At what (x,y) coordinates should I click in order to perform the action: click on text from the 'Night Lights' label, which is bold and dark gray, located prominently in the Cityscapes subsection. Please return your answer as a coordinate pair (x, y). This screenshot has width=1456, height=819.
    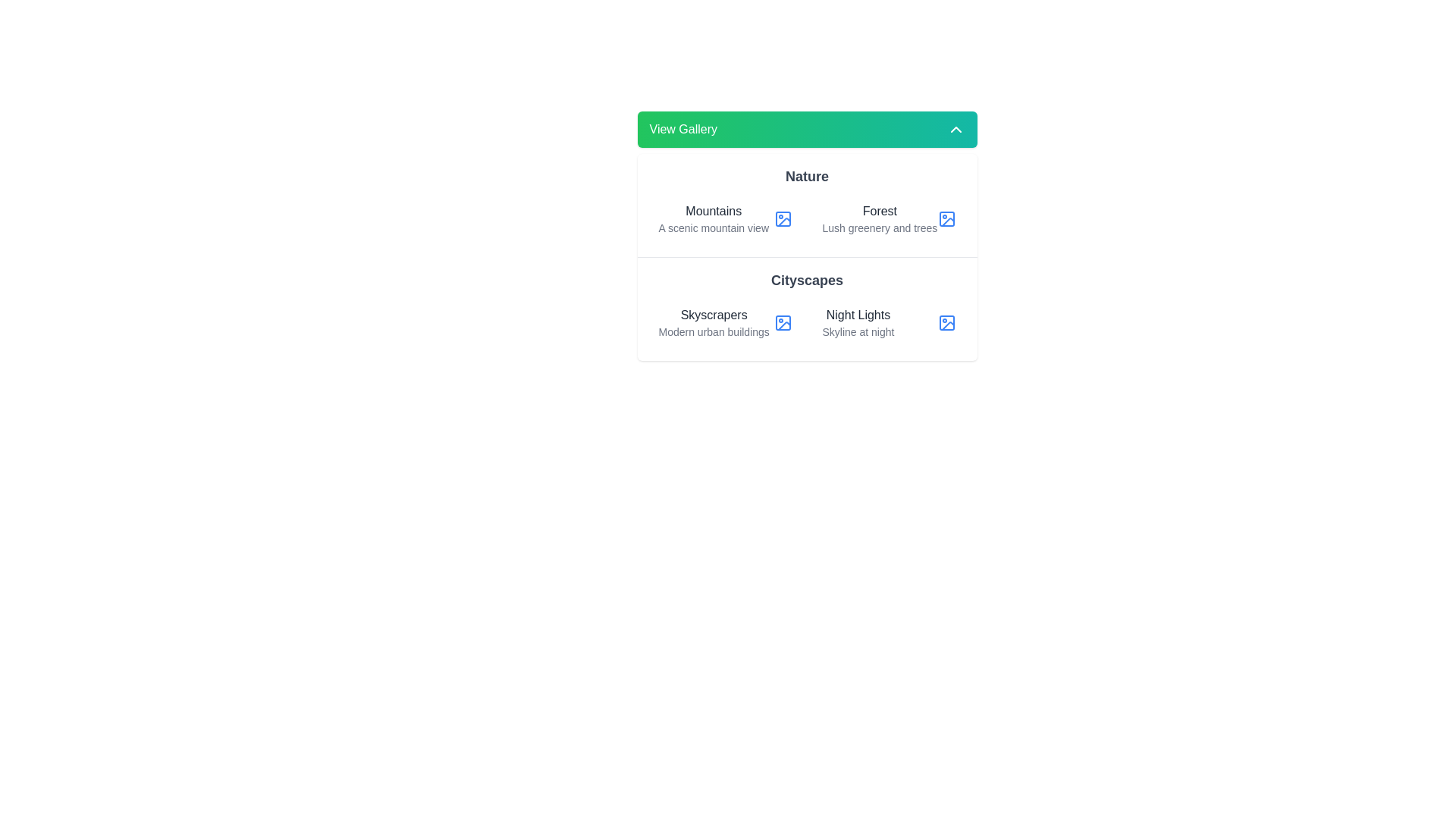
    Looking at the image, I should click on (858, 315).